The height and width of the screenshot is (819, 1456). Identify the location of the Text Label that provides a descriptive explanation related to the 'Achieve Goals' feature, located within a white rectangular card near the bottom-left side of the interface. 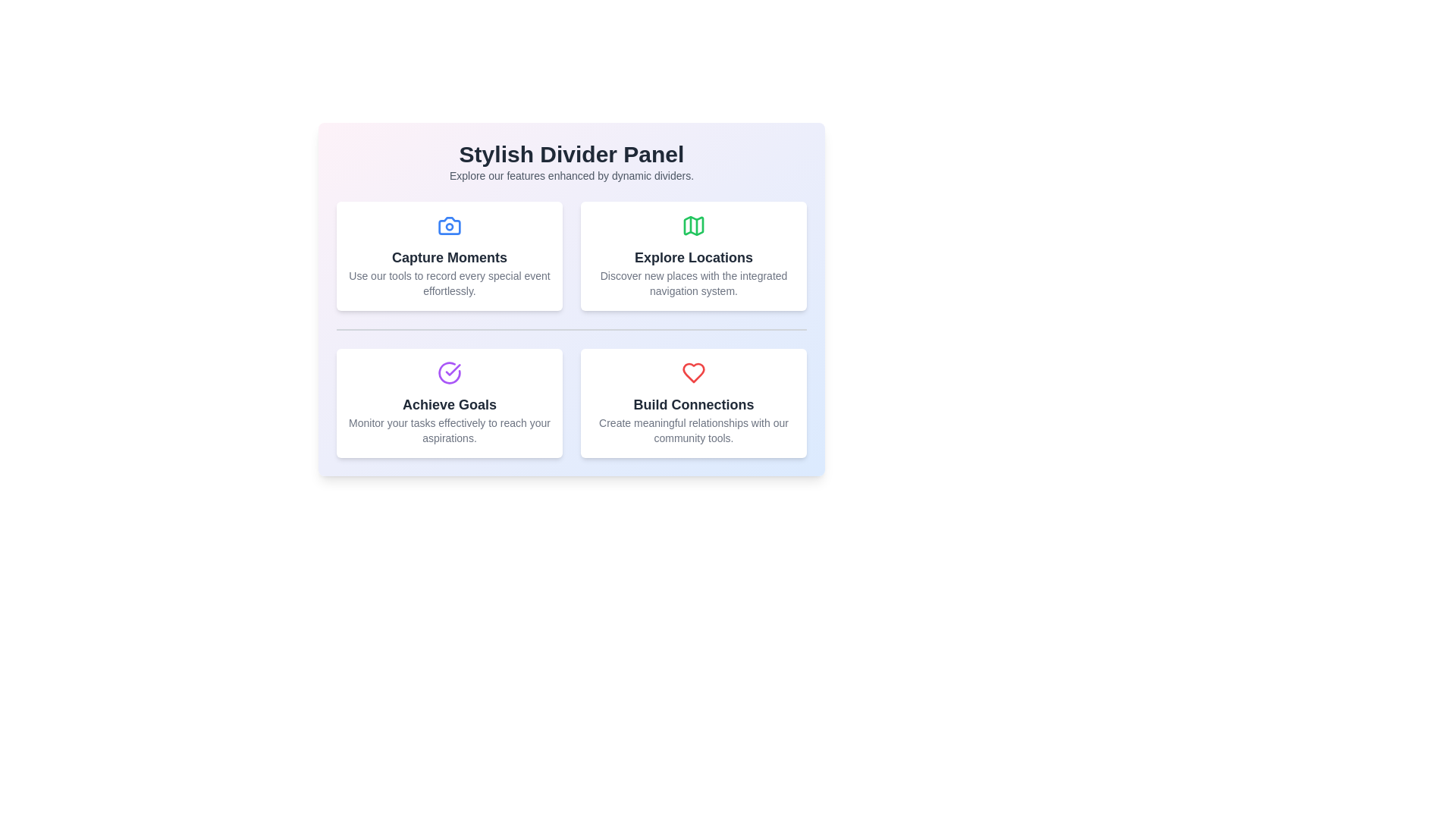
(449, 430).